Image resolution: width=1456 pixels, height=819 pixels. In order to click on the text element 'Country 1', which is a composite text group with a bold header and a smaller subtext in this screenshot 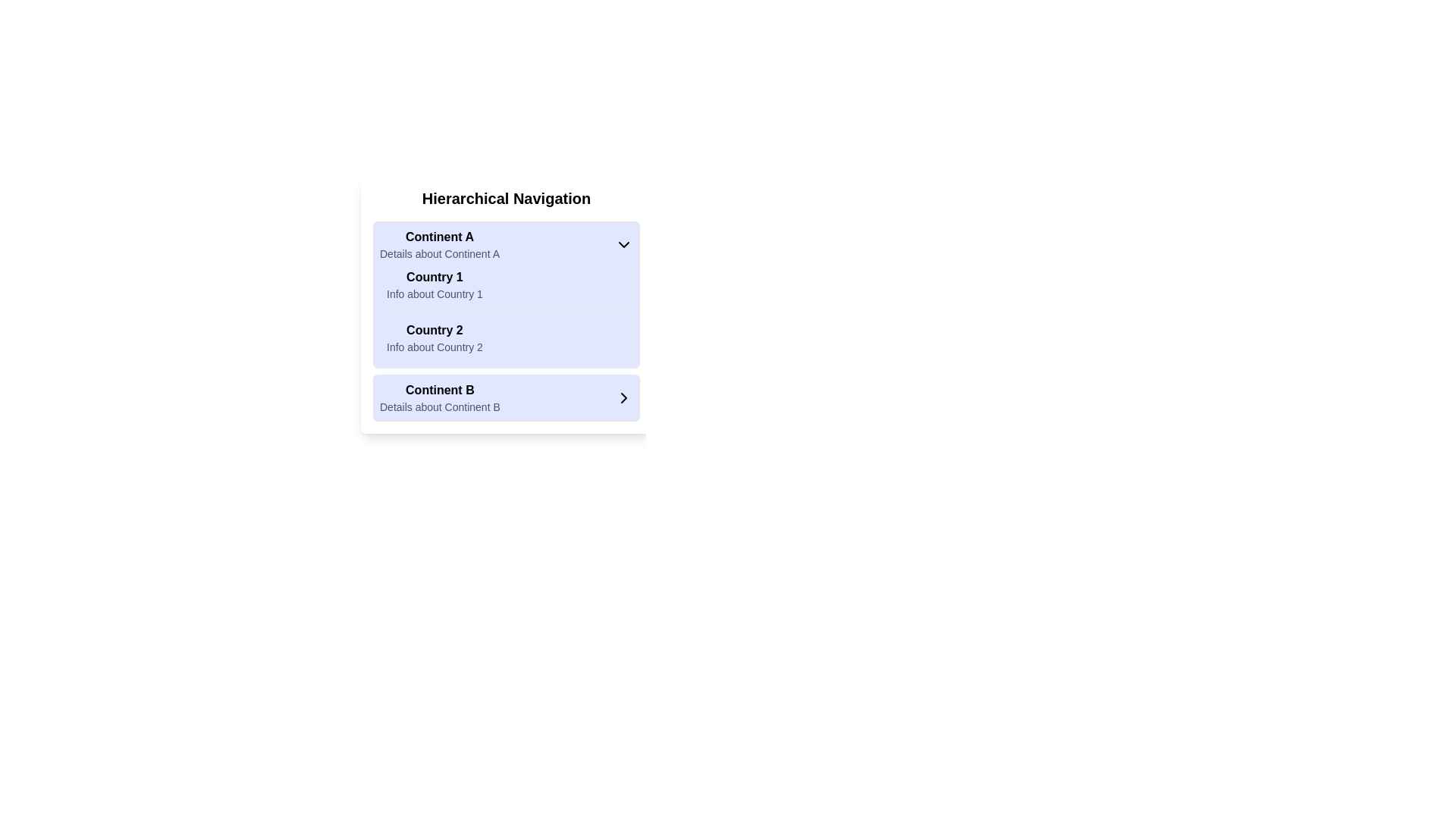, I will do `click(434, 284)`.